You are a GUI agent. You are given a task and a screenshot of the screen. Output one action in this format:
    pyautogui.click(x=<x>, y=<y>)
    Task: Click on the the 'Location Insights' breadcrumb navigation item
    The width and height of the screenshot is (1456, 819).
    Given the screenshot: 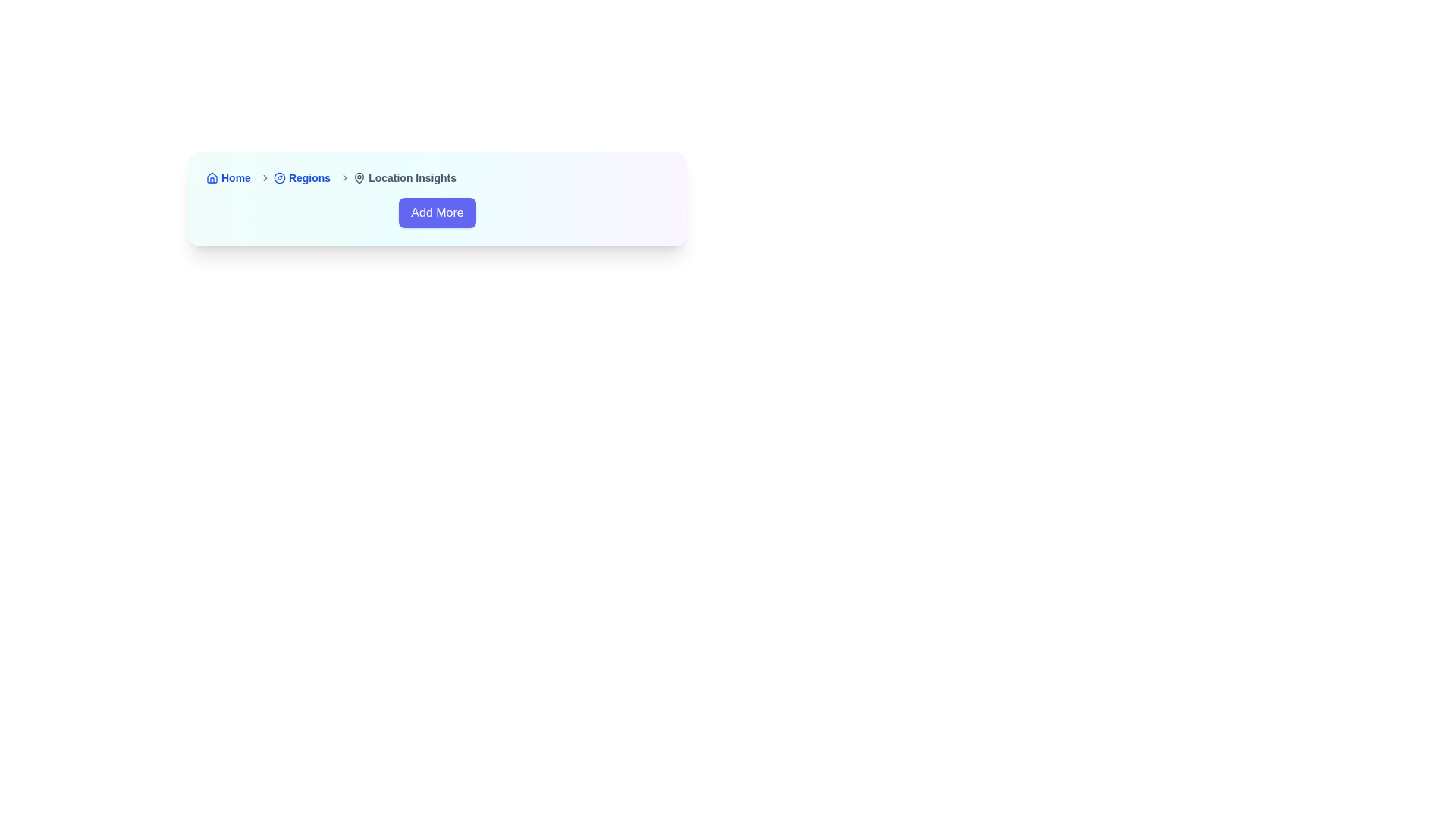 What is the action you would take?
    pyautogui.click(x=397, y=177)
    